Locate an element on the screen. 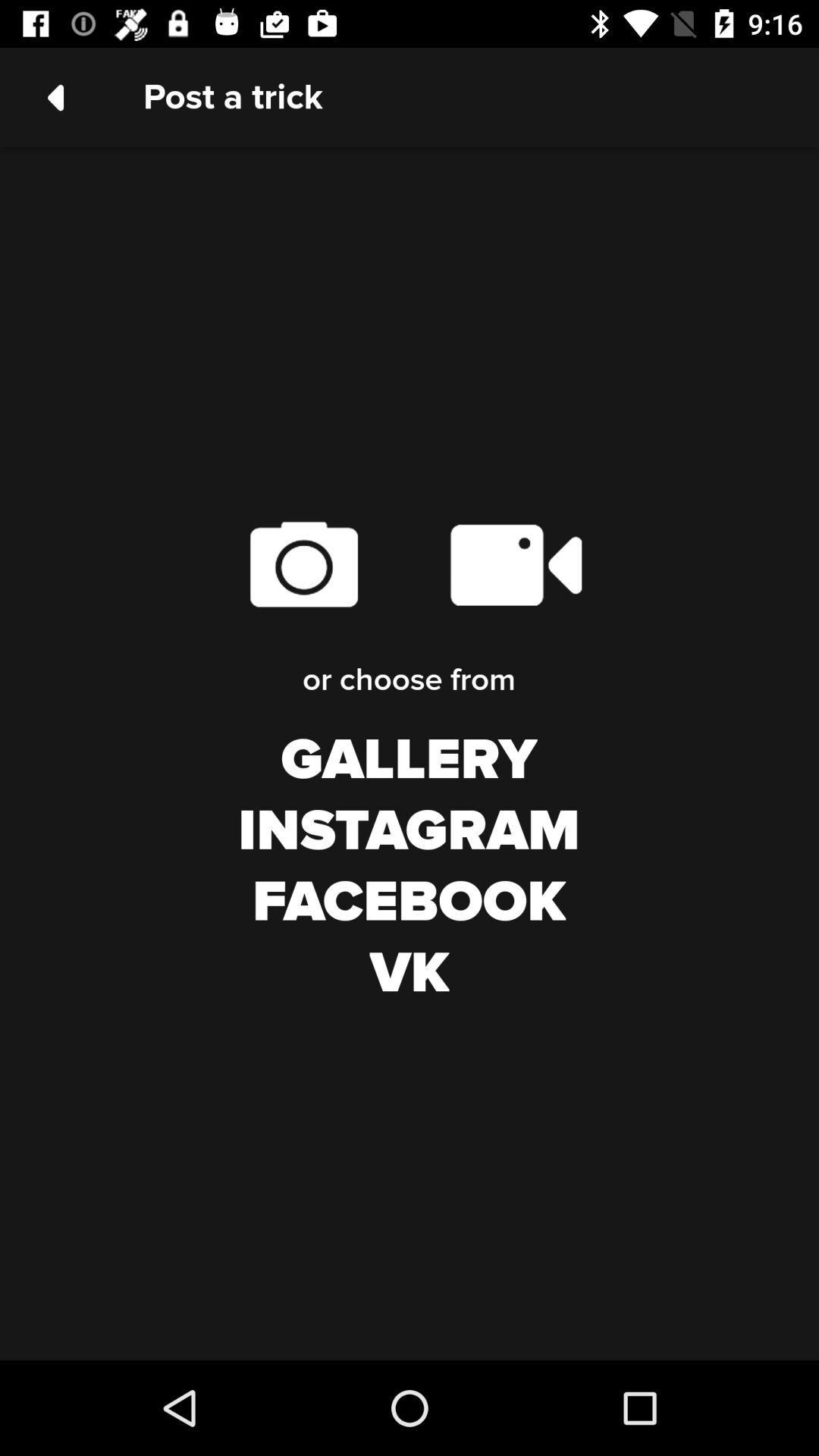 The height and width of the screenshot is (1456, 819). item next to the post a trick item is located at coordinates (55, 96).